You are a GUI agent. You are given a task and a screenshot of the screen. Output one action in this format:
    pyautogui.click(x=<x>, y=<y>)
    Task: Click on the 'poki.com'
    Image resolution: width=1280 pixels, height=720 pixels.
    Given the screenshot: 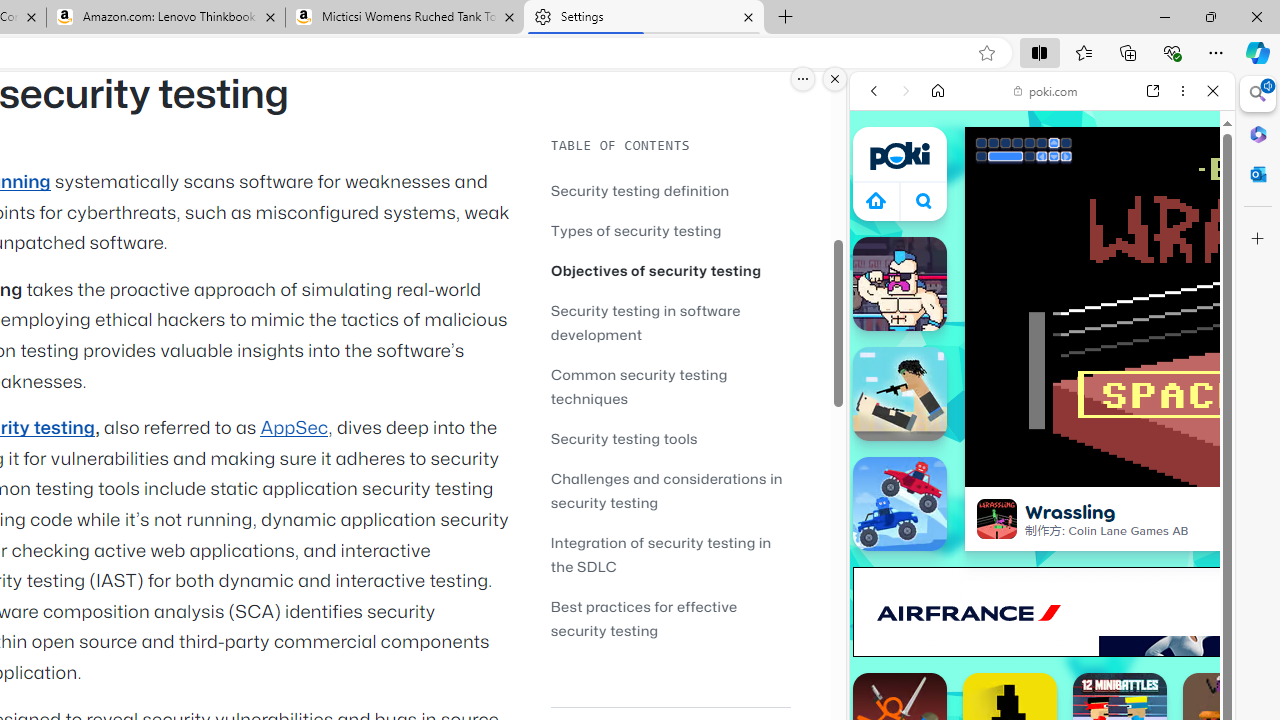 What is the action you would take?
    pyautogui.click(x=1045, y=91)
    